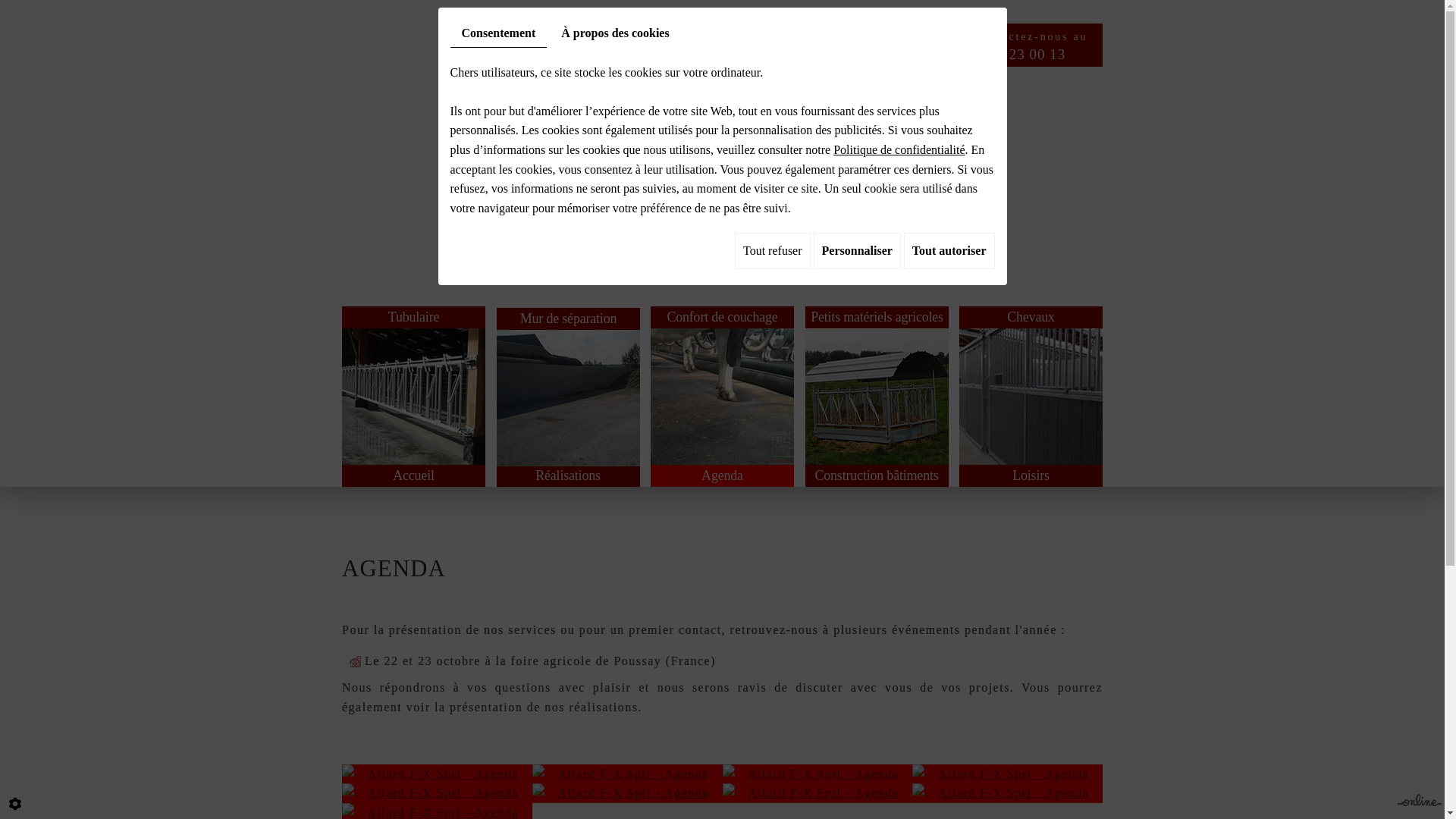 This screenshot has height=819, width=1456. Describe the element at coordinates (1037, 45) in the screenshot. I see `'Contactez-nous au` at that location.